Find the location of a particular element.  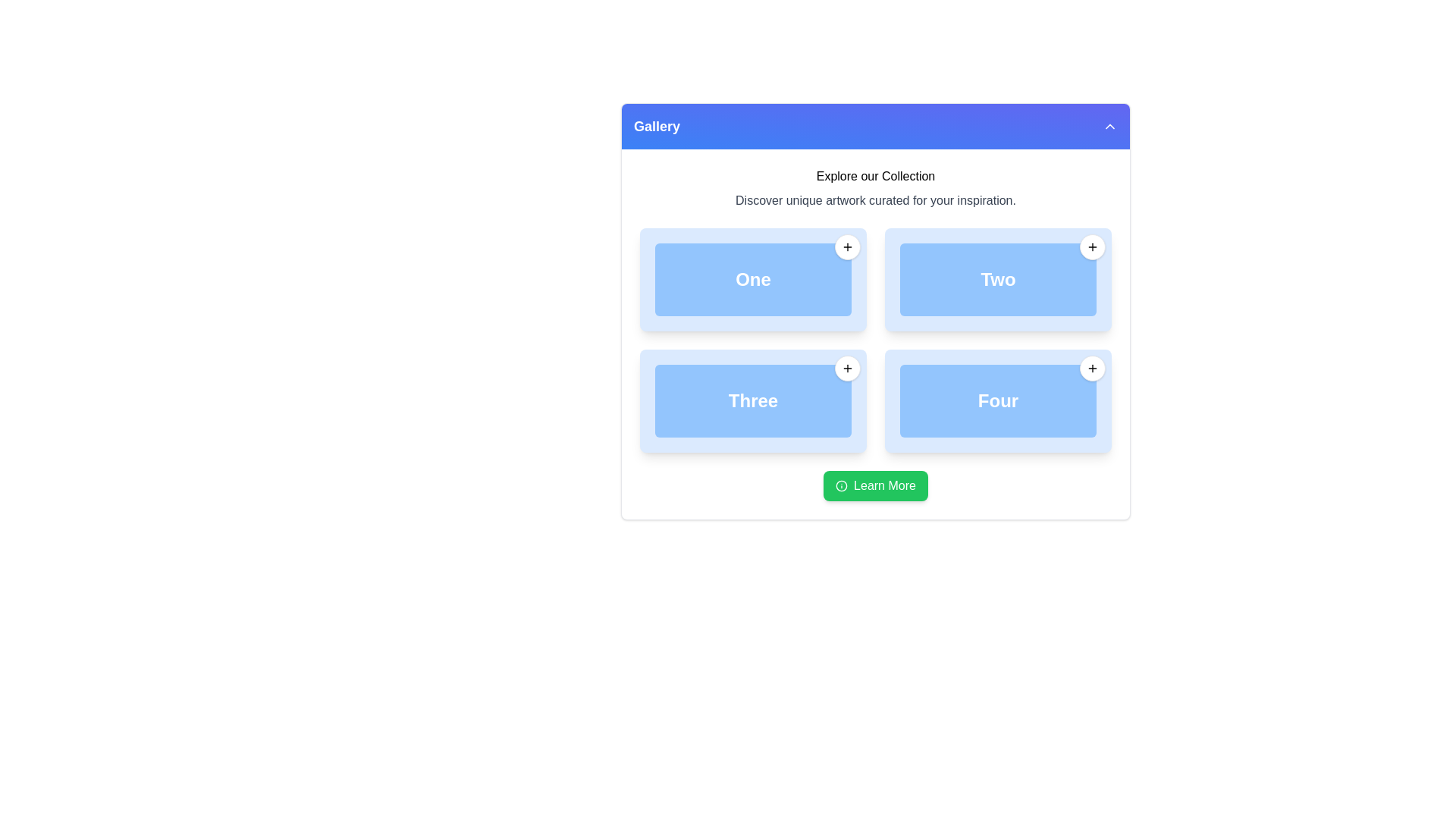

the rectangular card with rounded edges and a light blue background containing the bold white text 'Three' at its center is located at coordinates (753, 400).